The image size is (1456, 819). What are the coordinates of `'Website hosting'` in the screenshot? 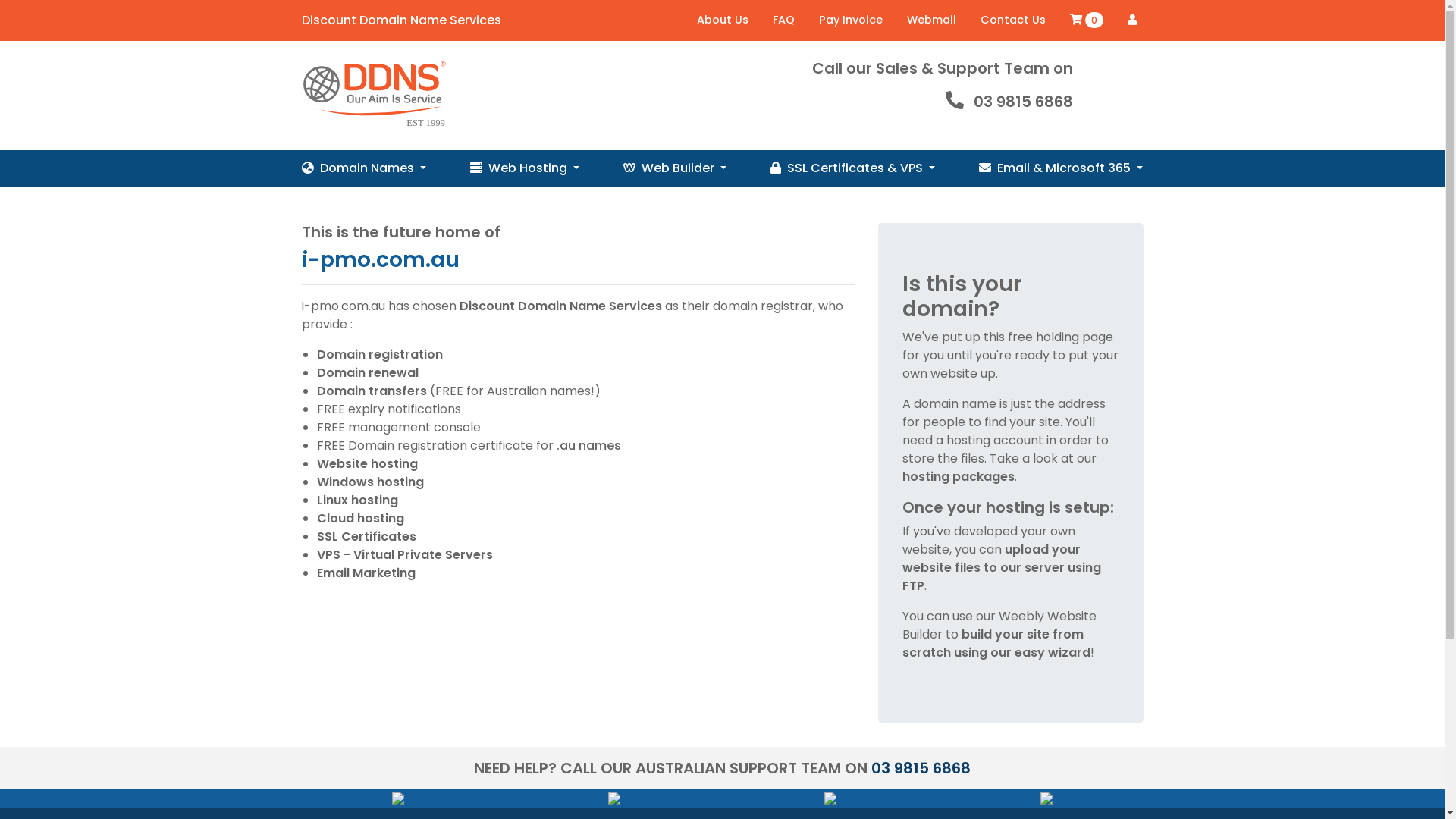 It's located at (315, 463).